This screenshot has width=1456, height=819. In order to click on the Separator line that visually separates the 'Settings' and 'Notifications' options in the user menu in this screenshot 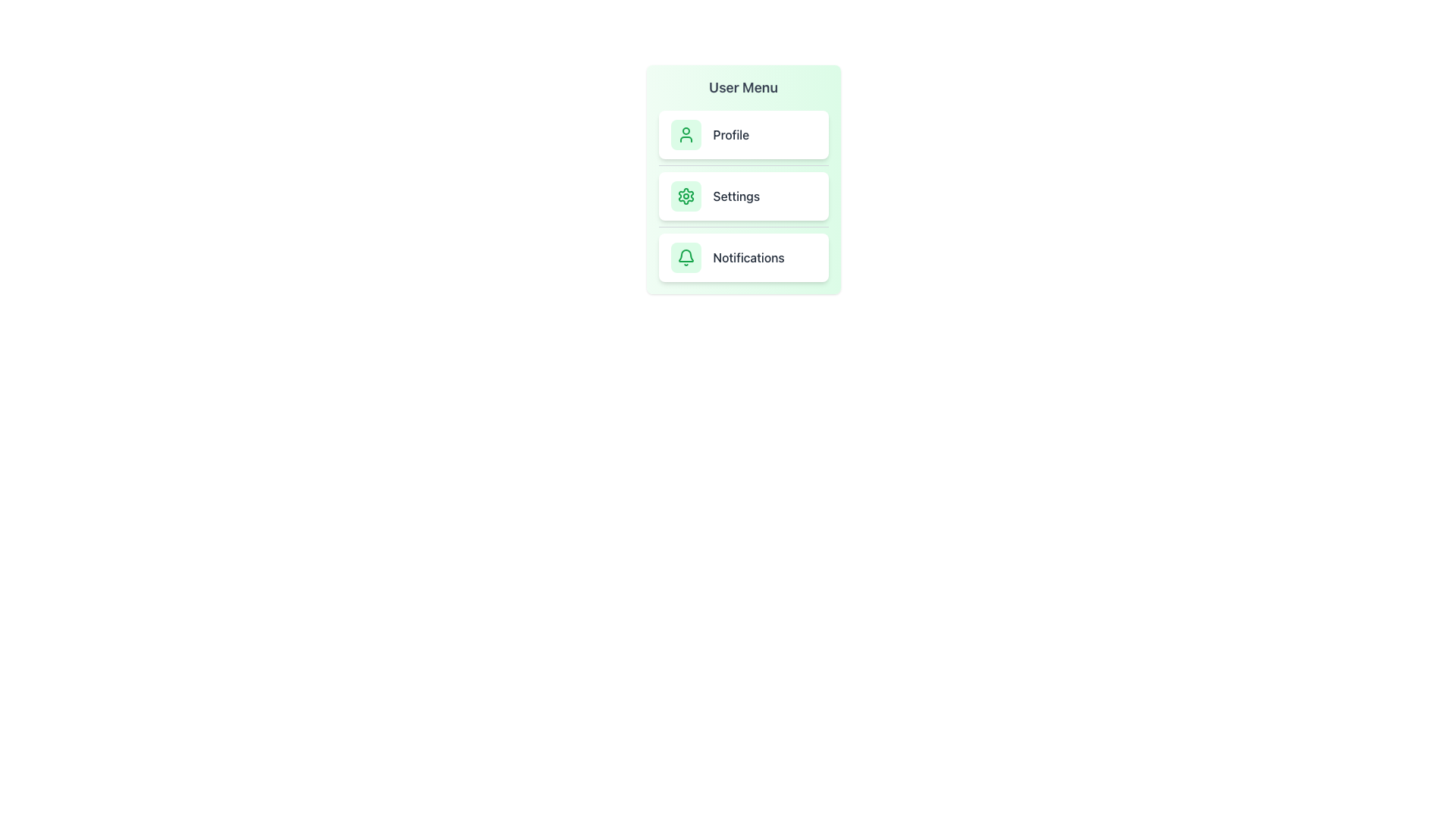, I will do `click(743, 227)`.